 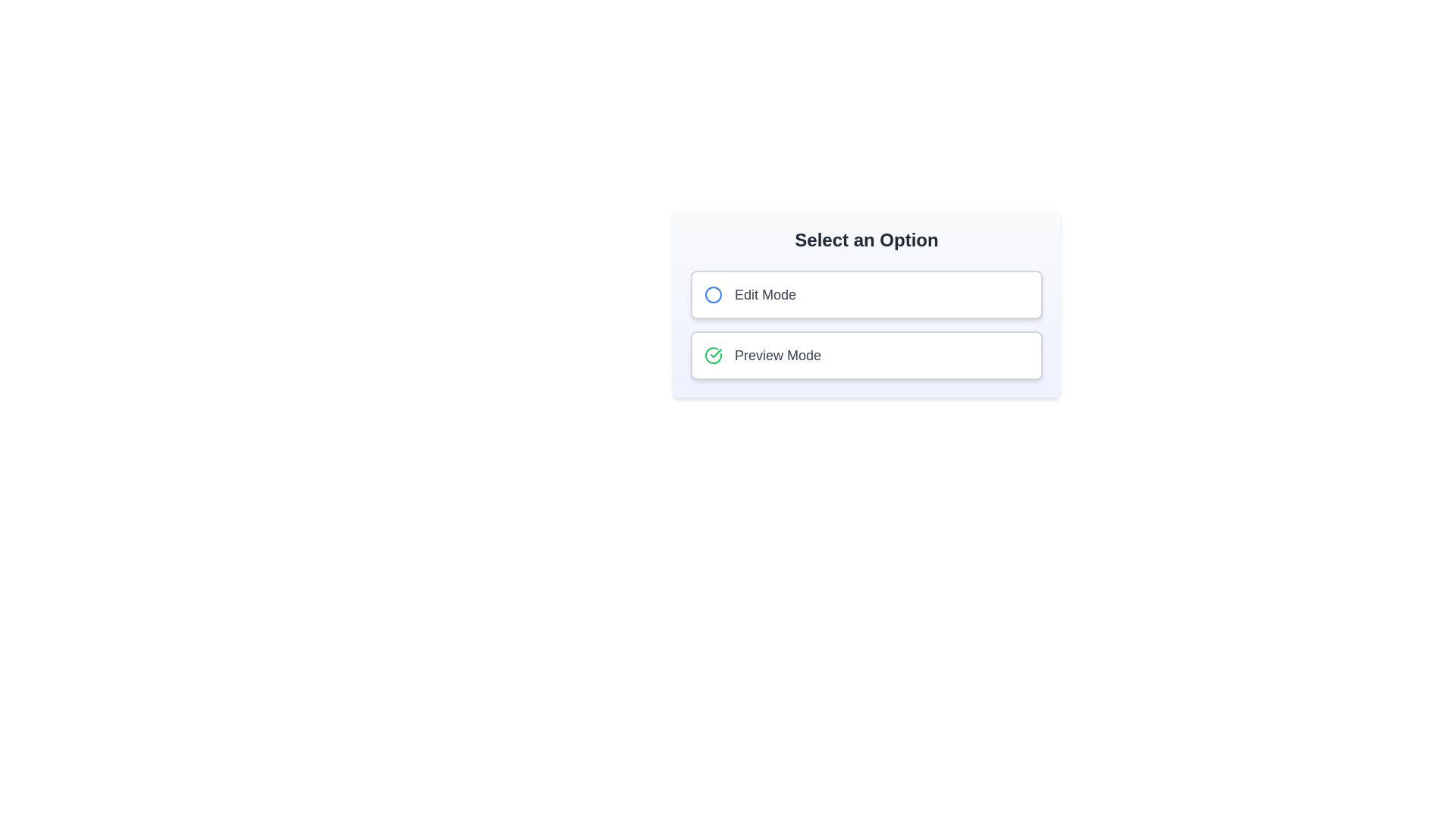 I want to click on the 'Preview Mode' button, which is the second button in a vertically stacked group of two options, so click(x=866, y=356).